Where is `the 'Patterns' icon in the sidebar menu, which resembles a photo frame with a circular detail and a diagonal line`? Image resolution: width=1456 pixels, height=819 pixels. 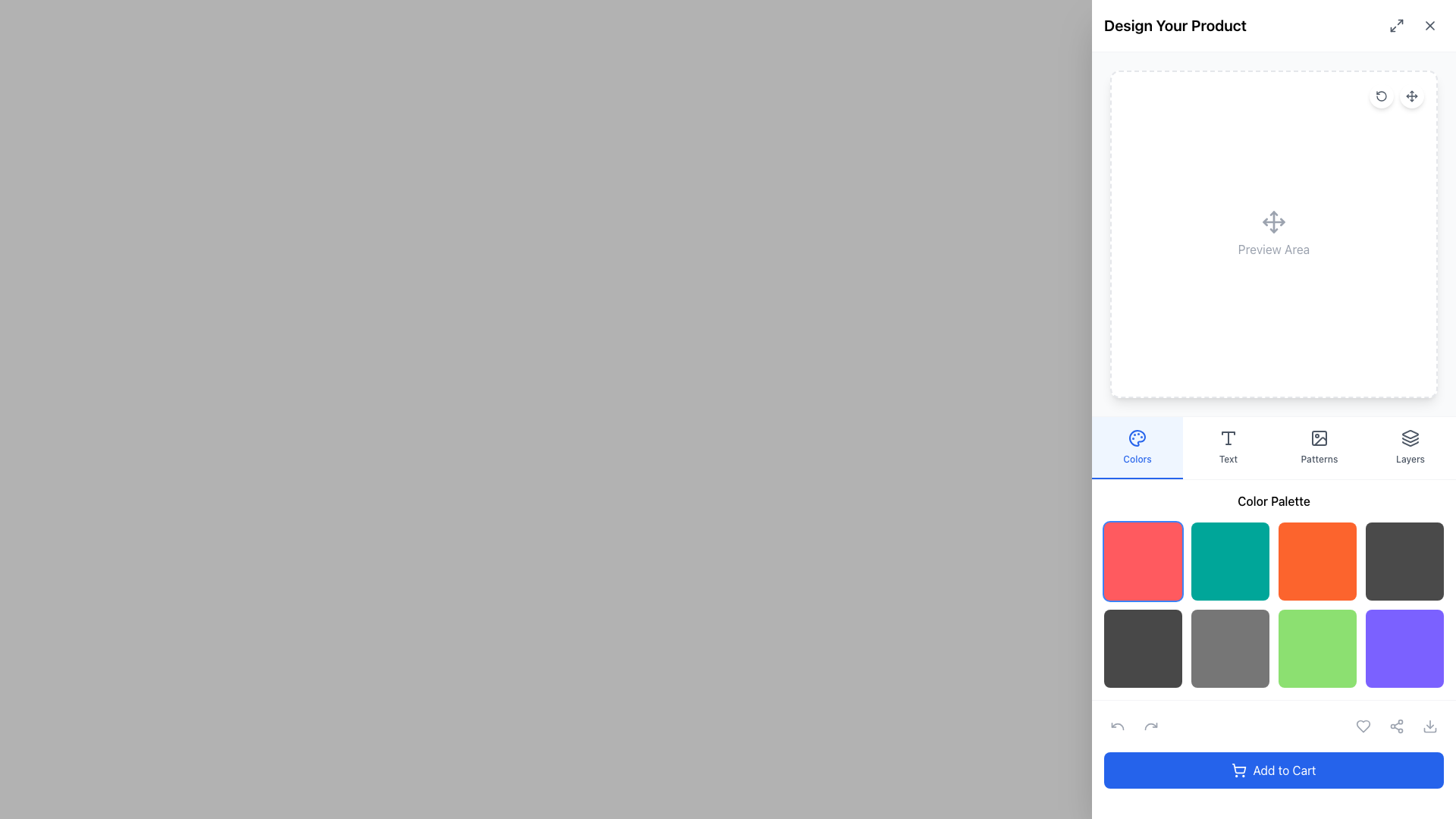
the 'Patterns' icon in the sidebar menu, which resembles a photo frame with a circular detail and a diagonal line is located at coordinates (1318, 438).